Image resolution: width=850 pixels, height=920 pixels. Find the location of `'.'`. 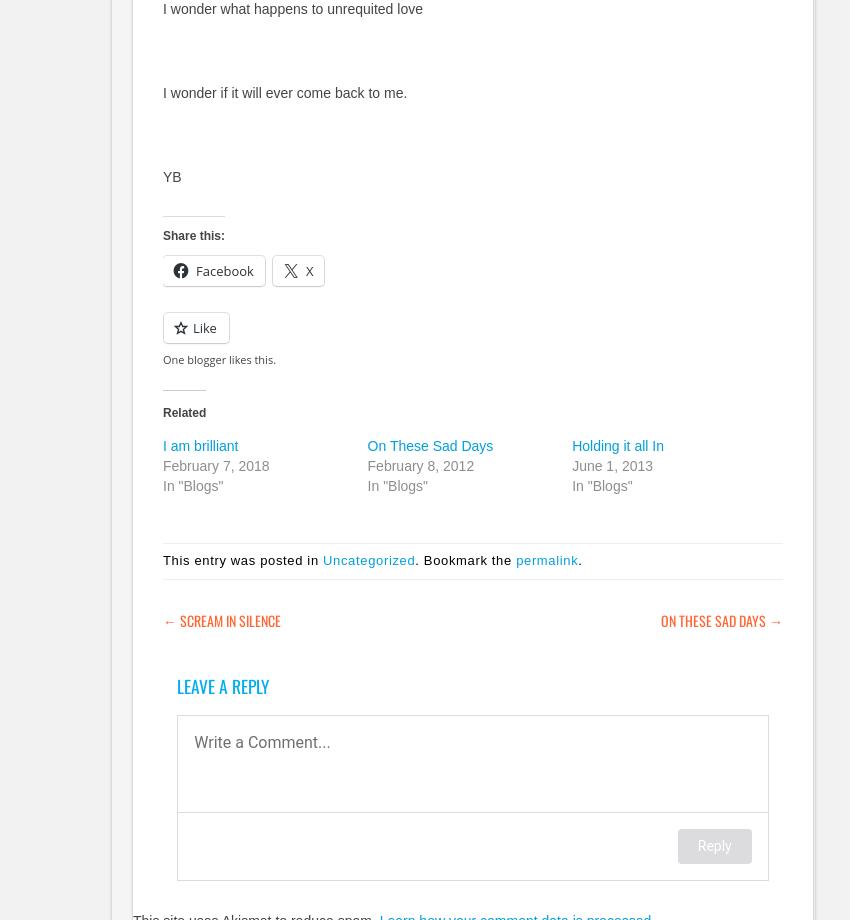

'.' is located at coordinates (580, 560).